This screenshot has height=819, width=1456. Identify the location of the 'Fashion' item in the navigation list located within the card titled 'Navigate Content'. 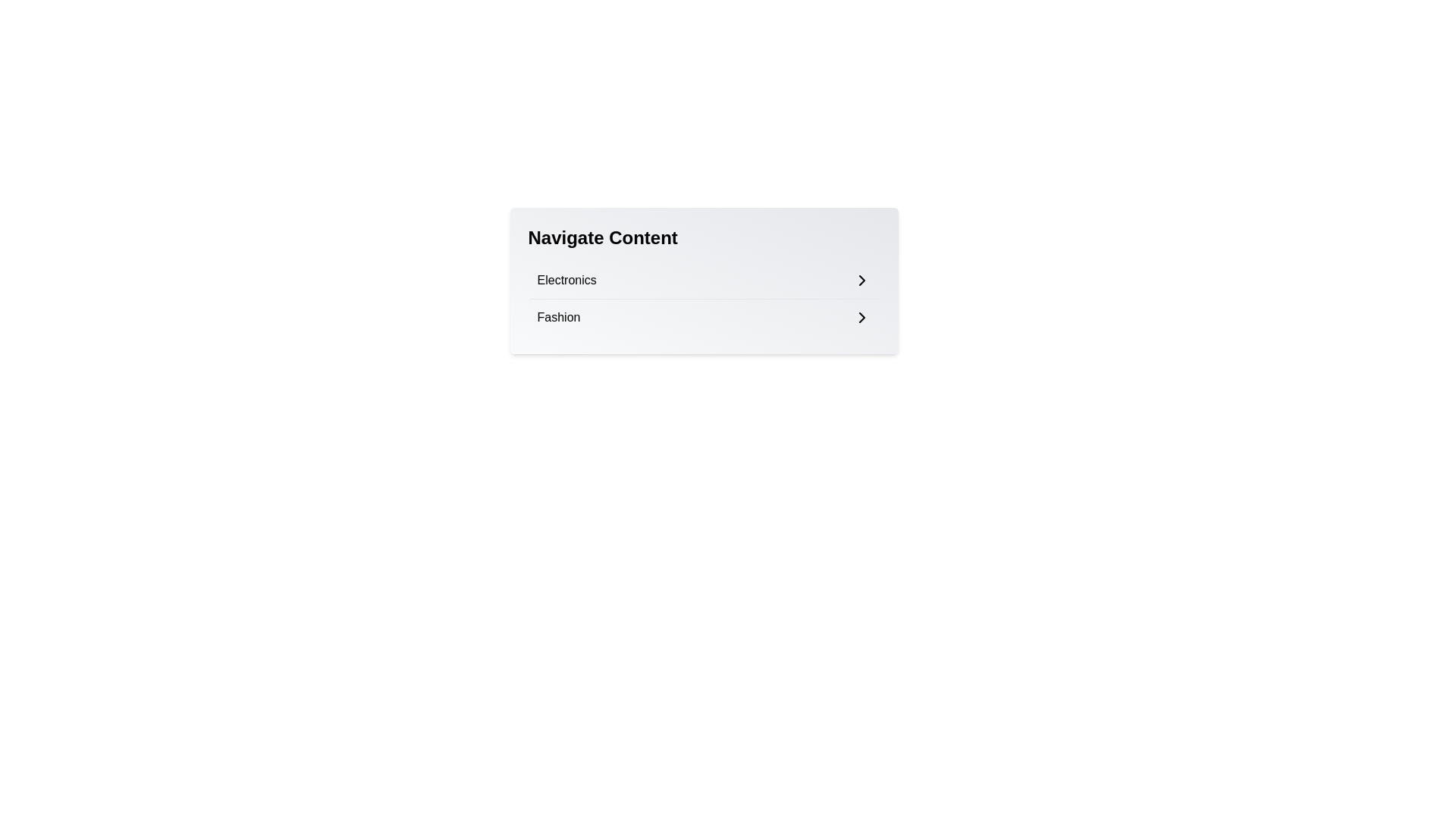
(703, 299).